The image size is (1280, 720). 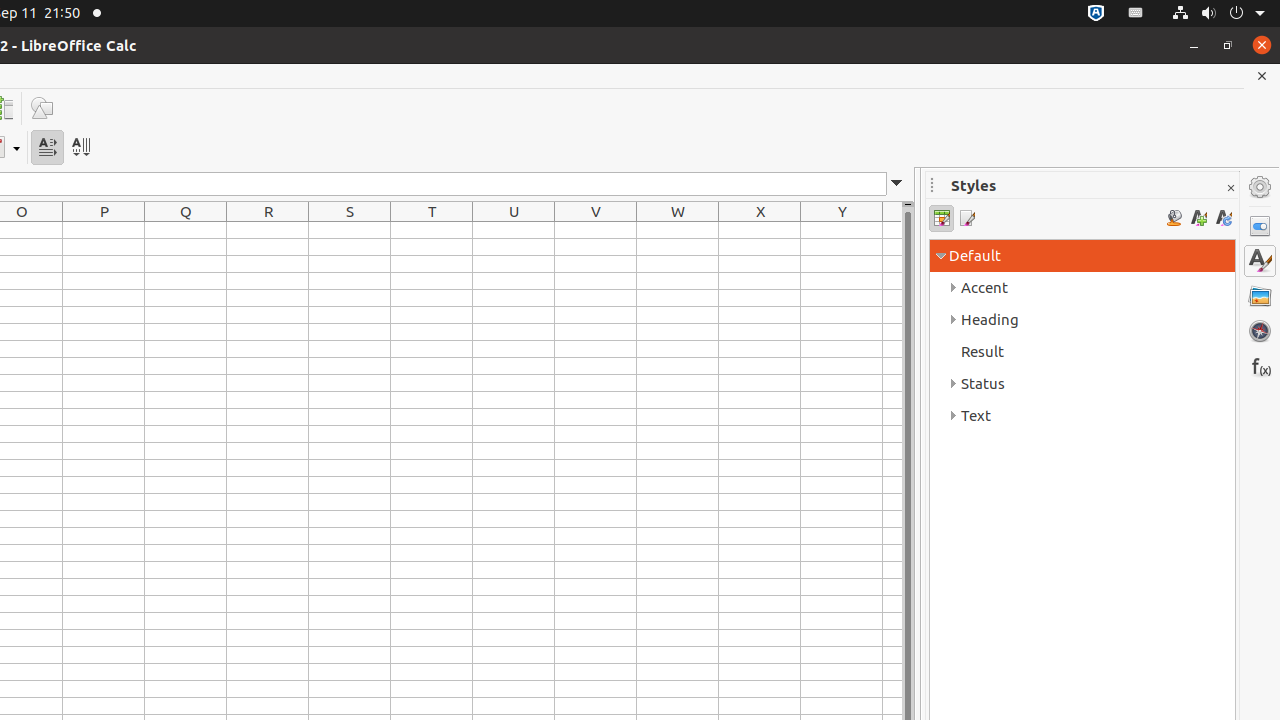 I want to click on 'Gallery', so click(x=1259, y=295).